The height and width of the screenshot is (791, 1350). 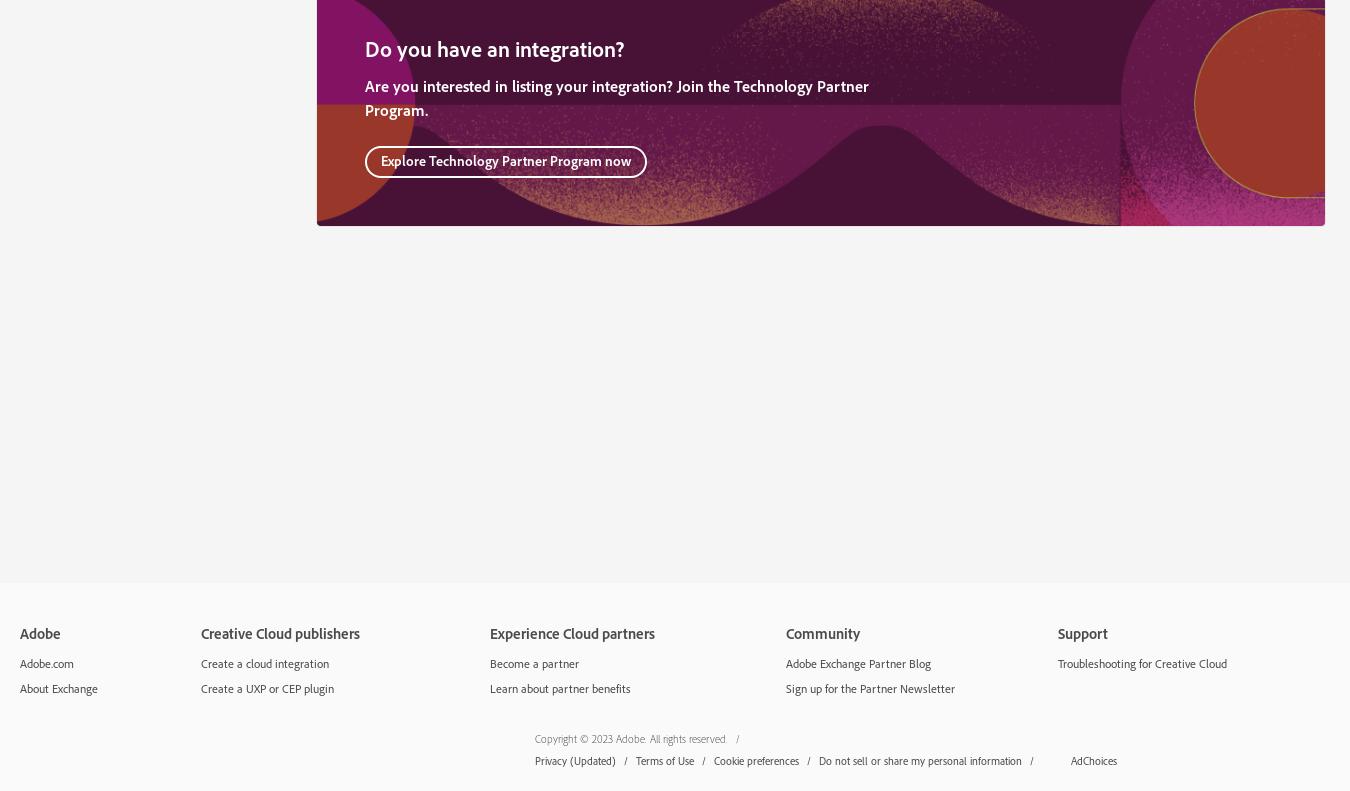 I want to click on 'Privacy (Updated)', so click(x=575, y=761).